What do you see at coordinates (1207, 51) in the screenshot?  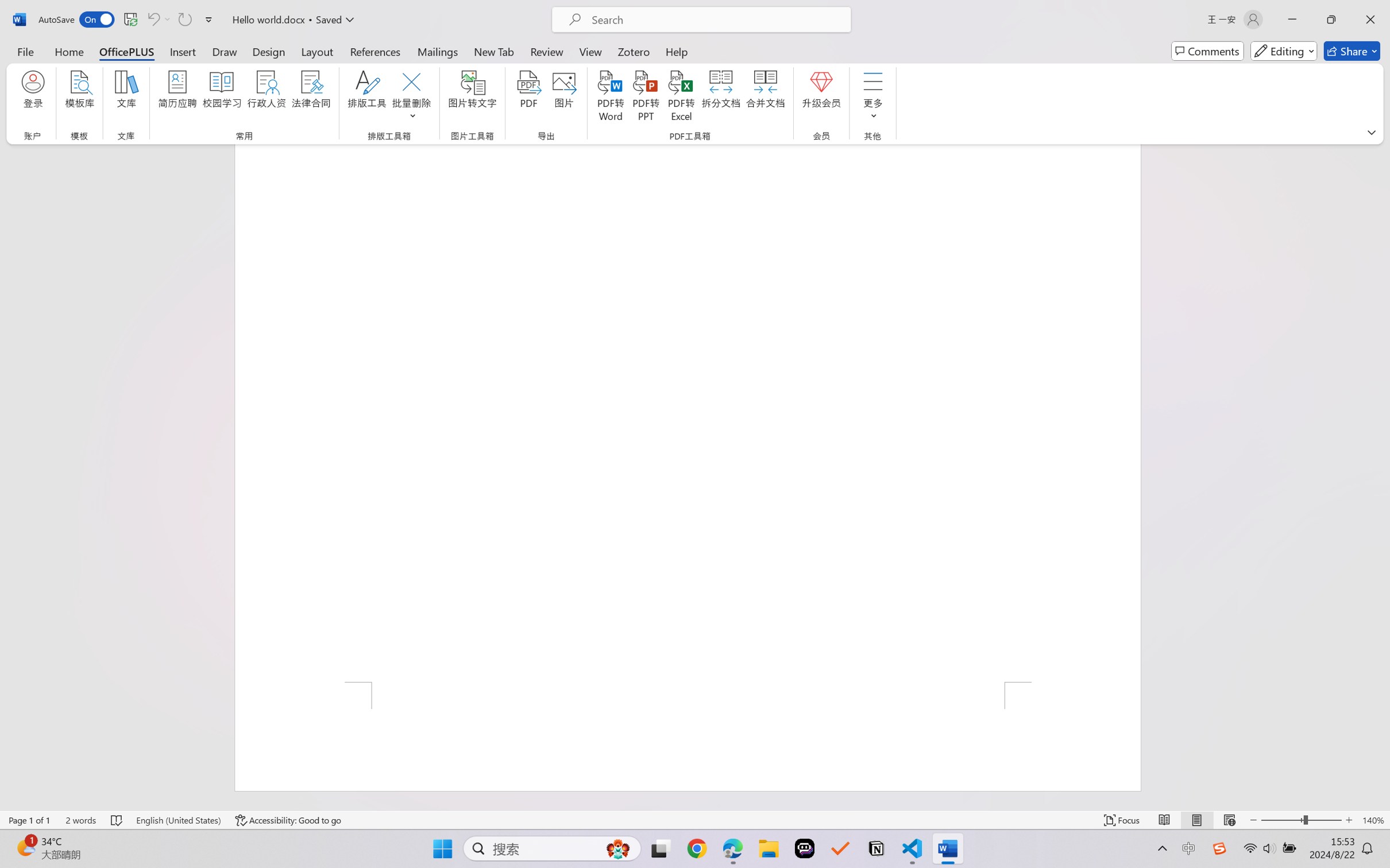 I see `'Comments'` at bounding box center [1207, 51].